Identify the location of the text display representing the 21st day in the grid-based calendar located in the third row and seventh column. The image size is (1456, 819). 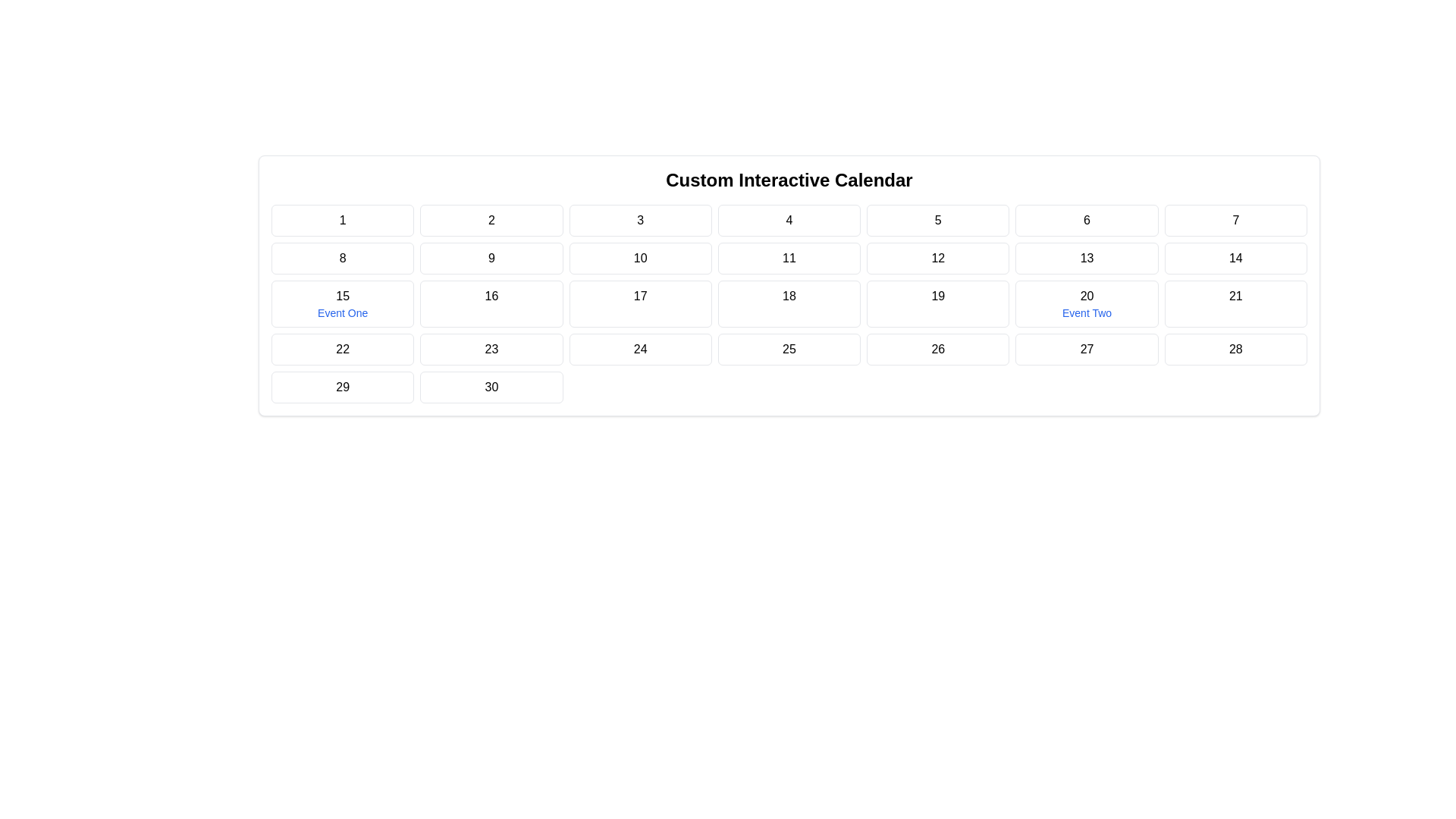
(1235, 304).